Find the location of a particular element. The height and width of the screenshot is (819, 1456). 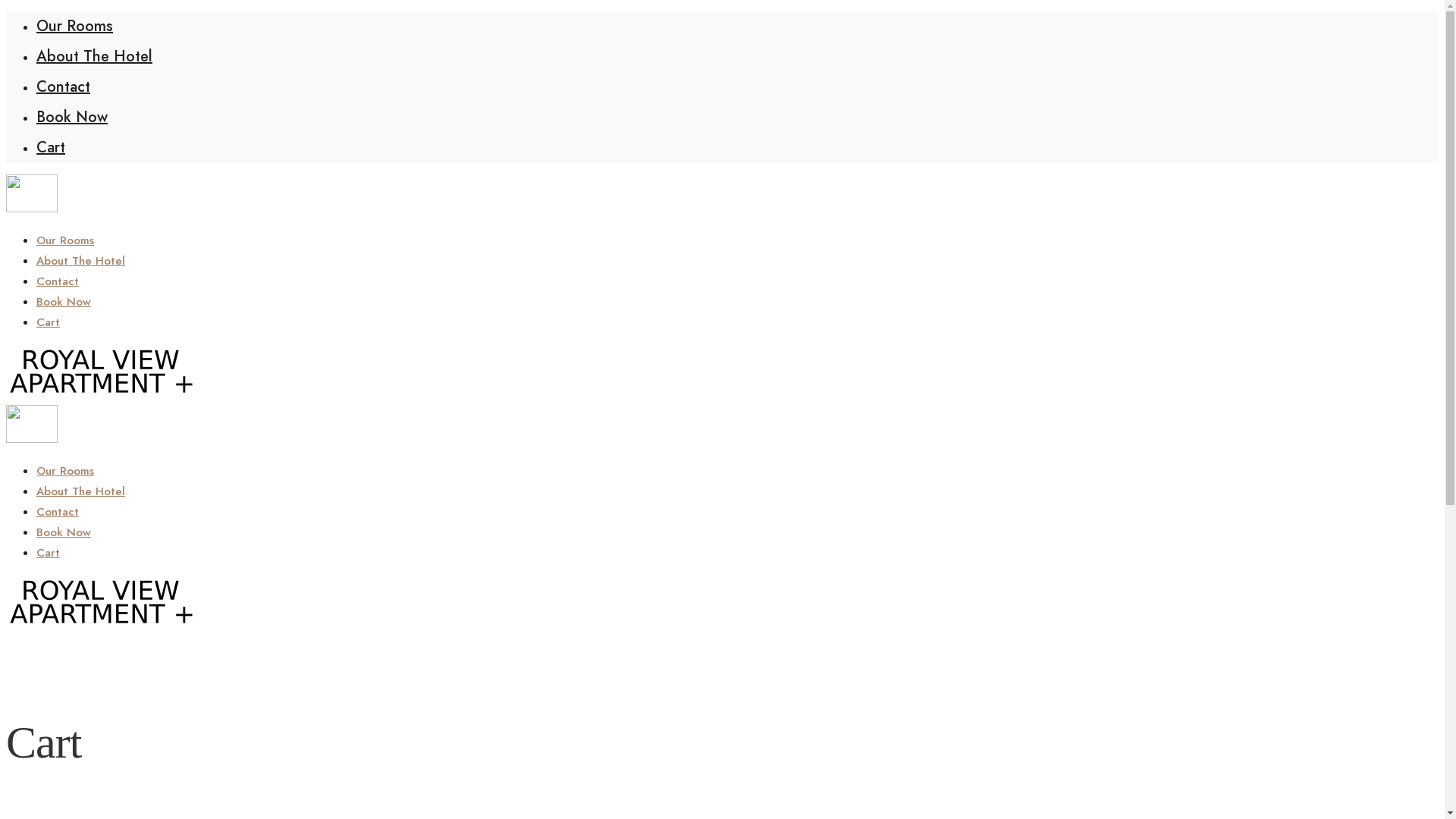

'About The Hotel' is located at coordinates (80, 491).